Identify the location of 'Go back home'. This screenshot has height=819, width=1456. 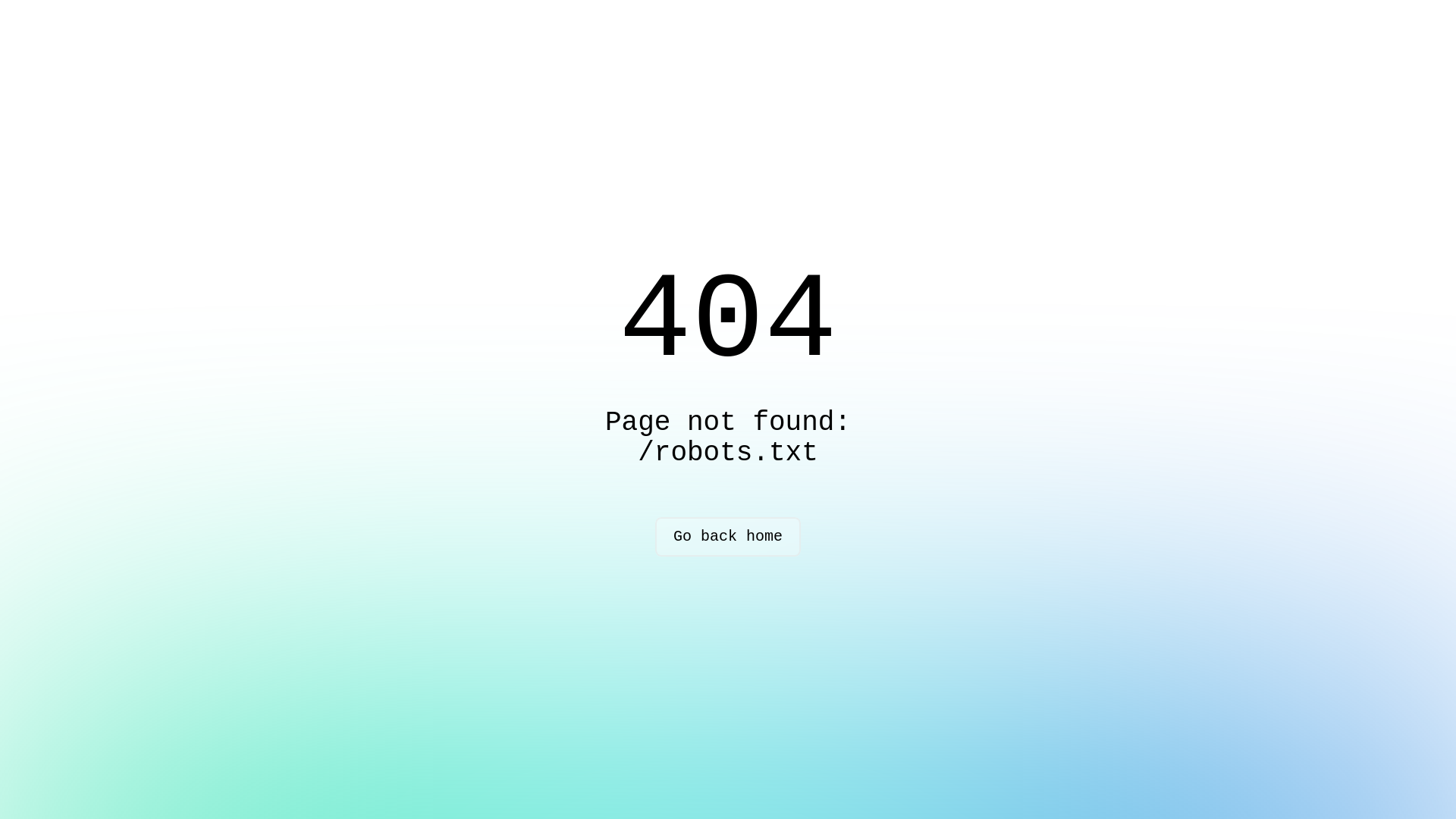
(728, 536).